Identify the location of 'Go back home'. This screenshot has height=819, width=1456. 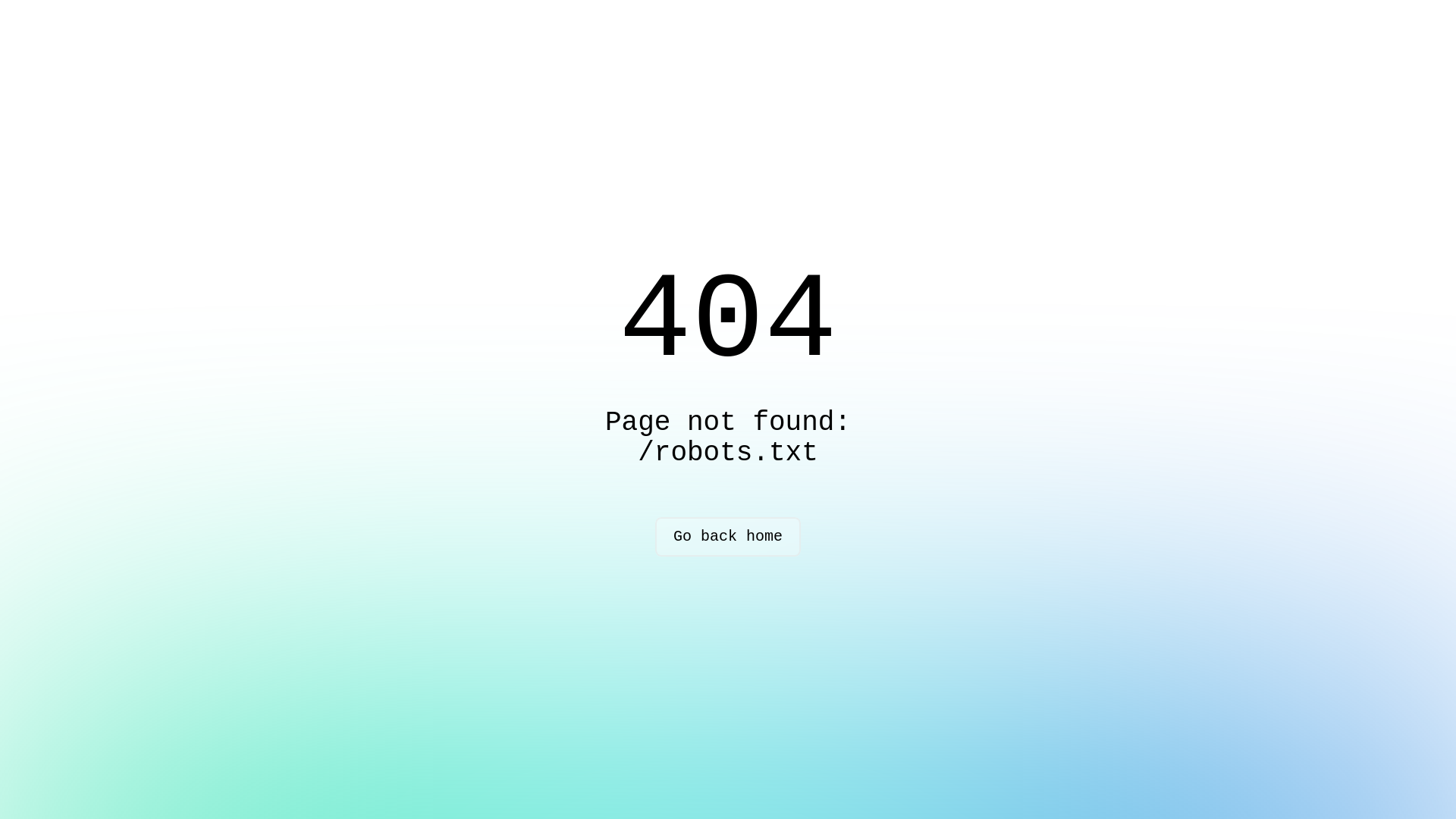
(728, 536).